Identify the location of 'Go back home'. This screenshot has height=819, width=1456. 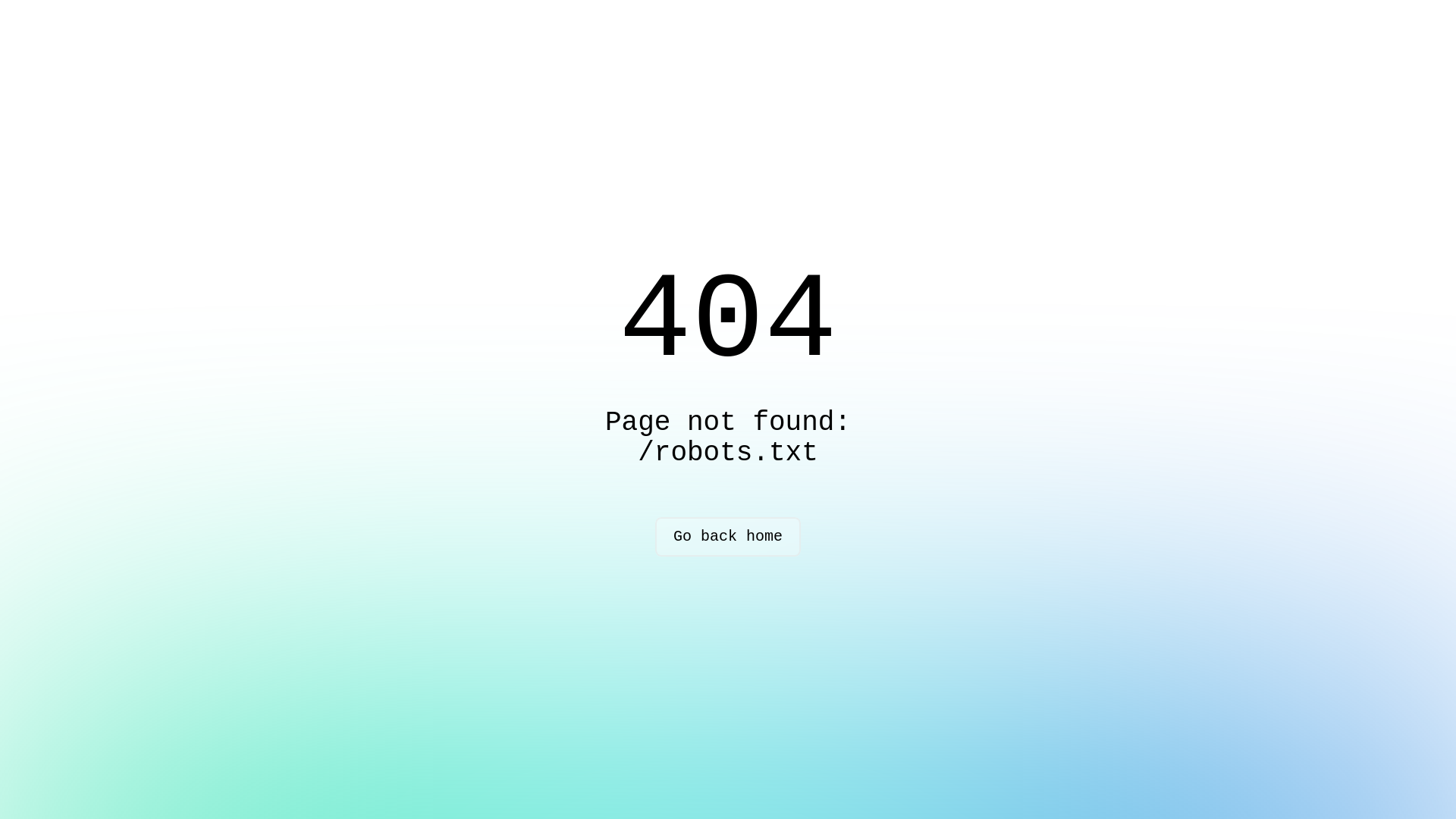
(728, 536).